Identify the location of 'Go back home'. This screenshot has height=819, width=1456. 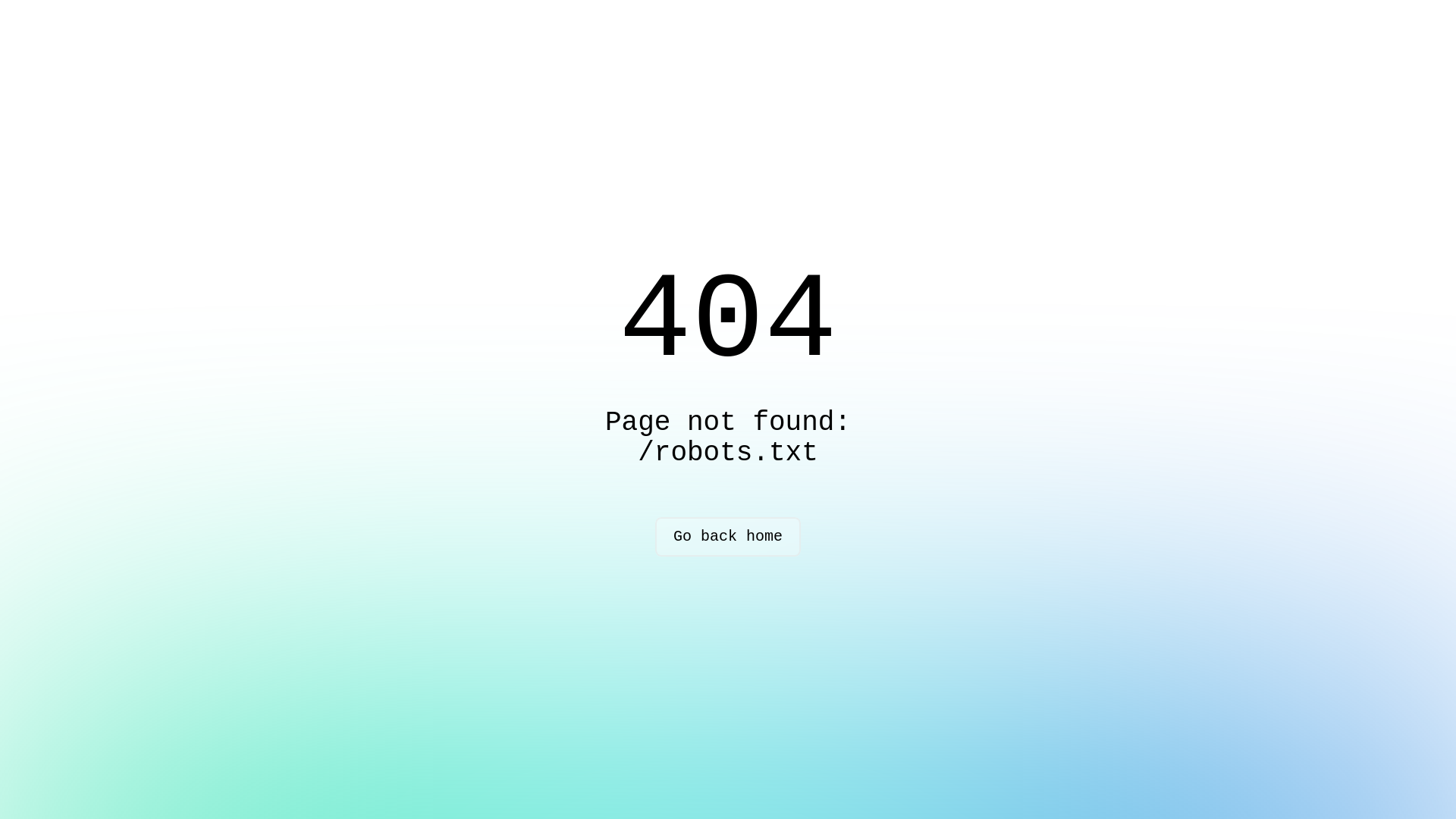
(728, 536).